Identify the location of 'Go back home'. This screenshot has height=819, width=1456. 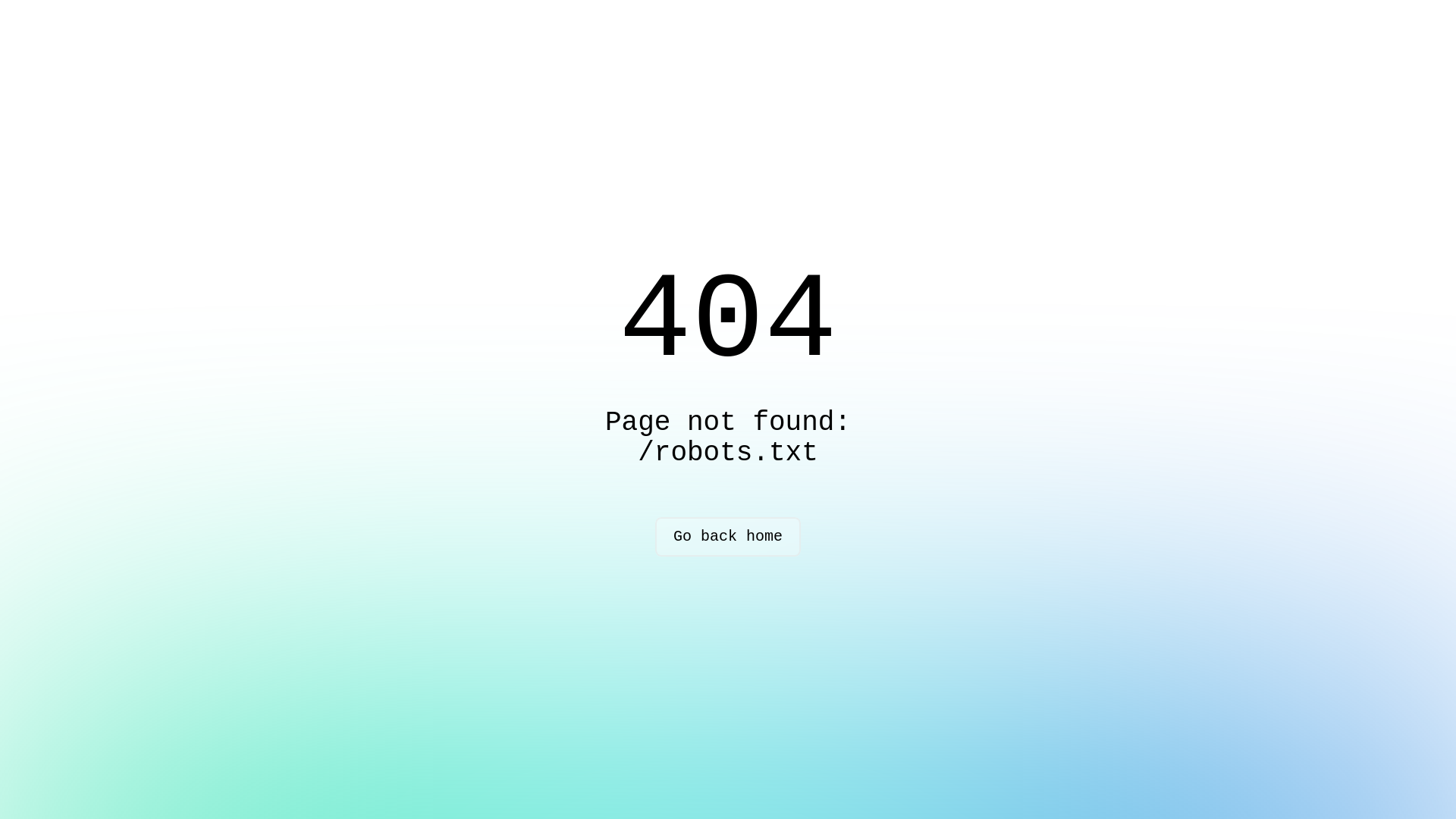
(728, 536).